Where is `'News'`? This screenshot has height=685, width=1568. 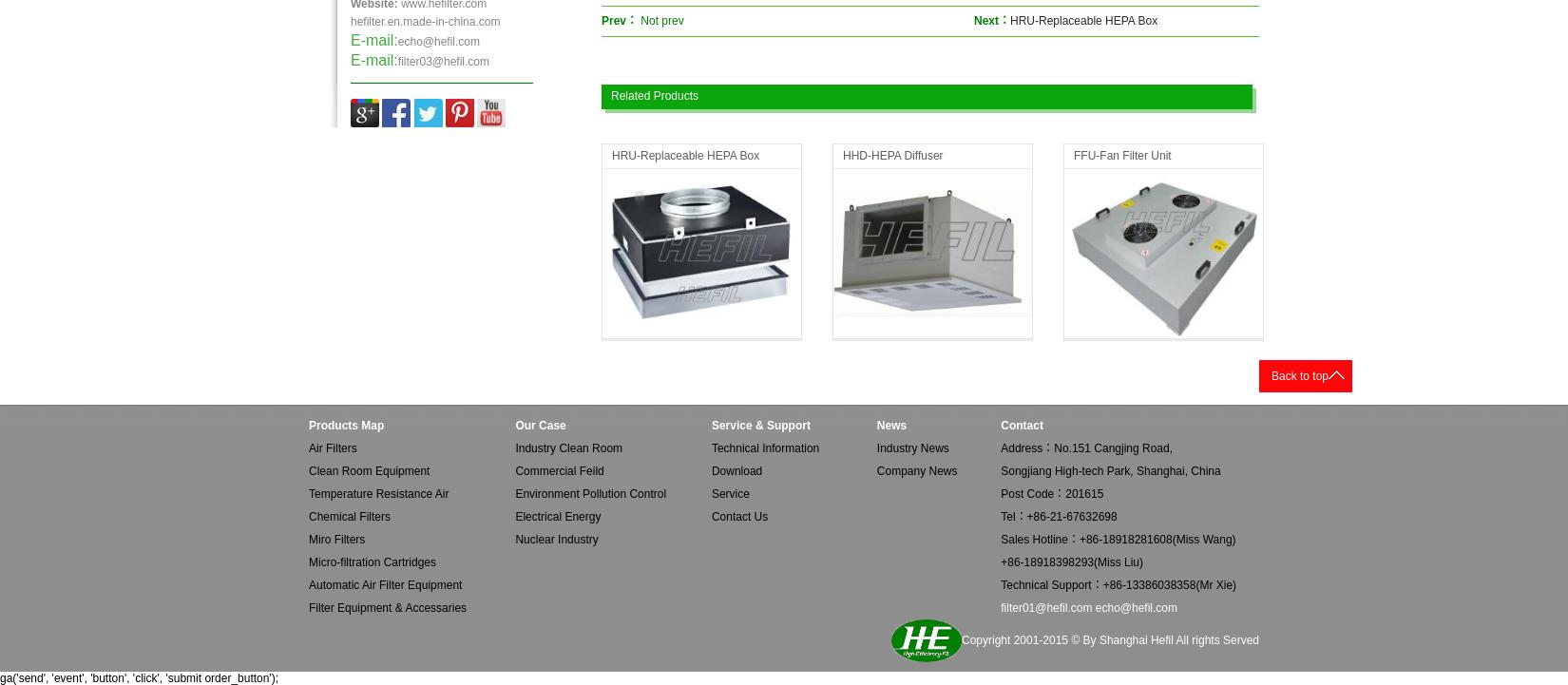 'News' is located at coordinates (891, 426).